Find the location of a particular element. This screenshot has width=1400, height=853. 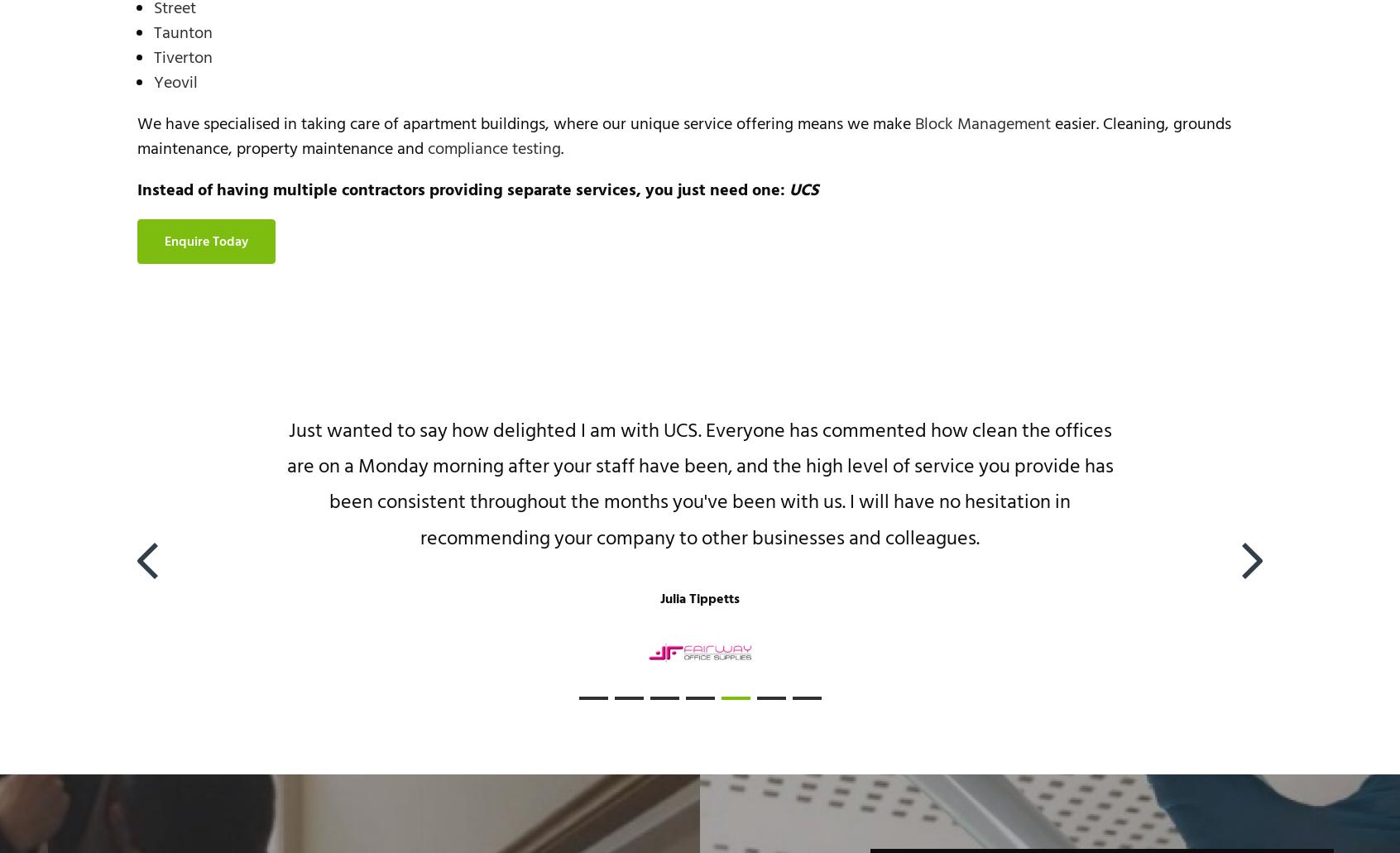

'easier. Cleaning, grounds maintenance, property maintenance and' is located at coordinates (136, 135).